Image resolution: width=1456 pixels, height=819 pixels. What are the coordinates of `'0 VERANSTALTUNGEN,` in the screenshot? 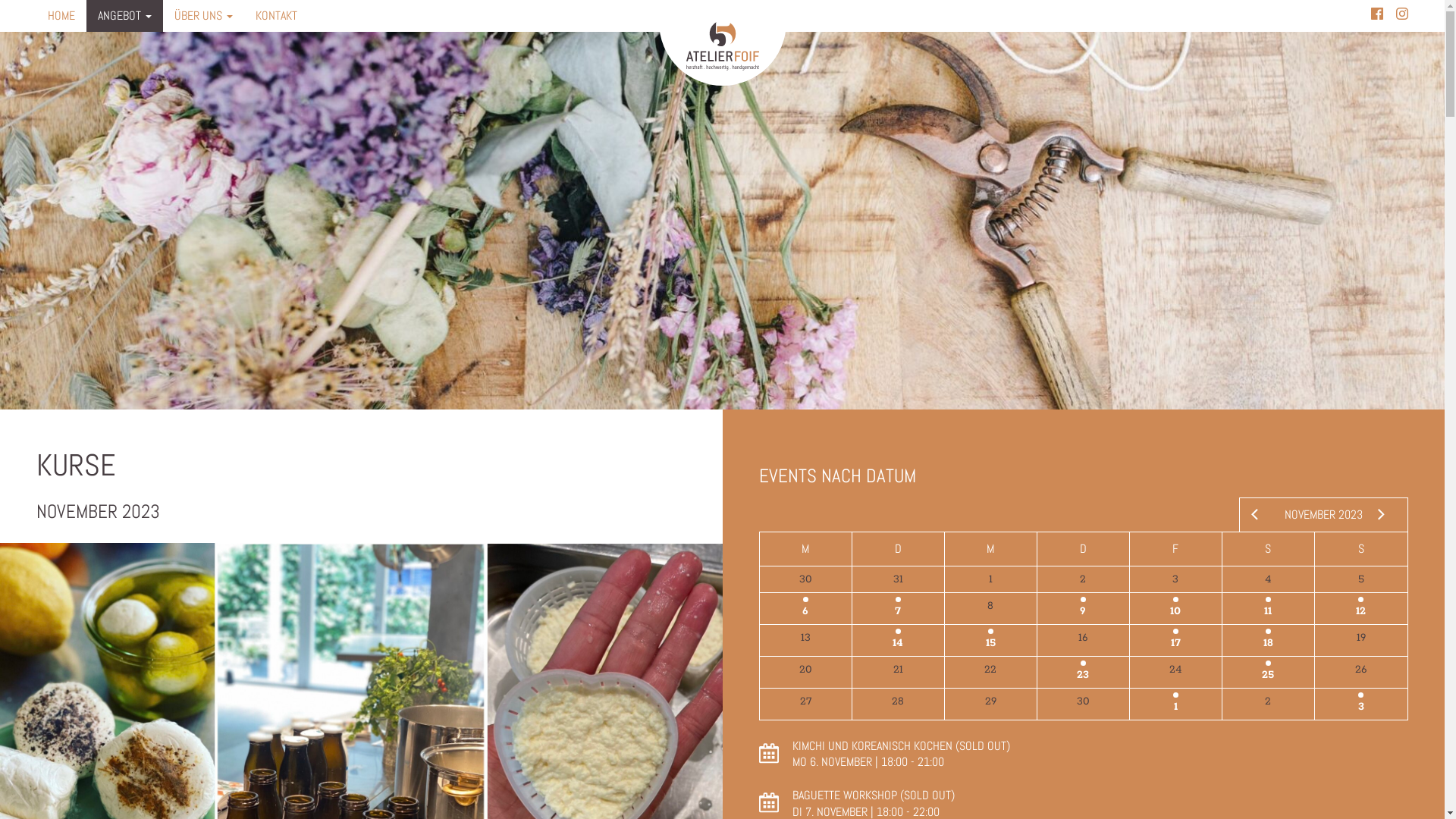 It's located at (898, 704).